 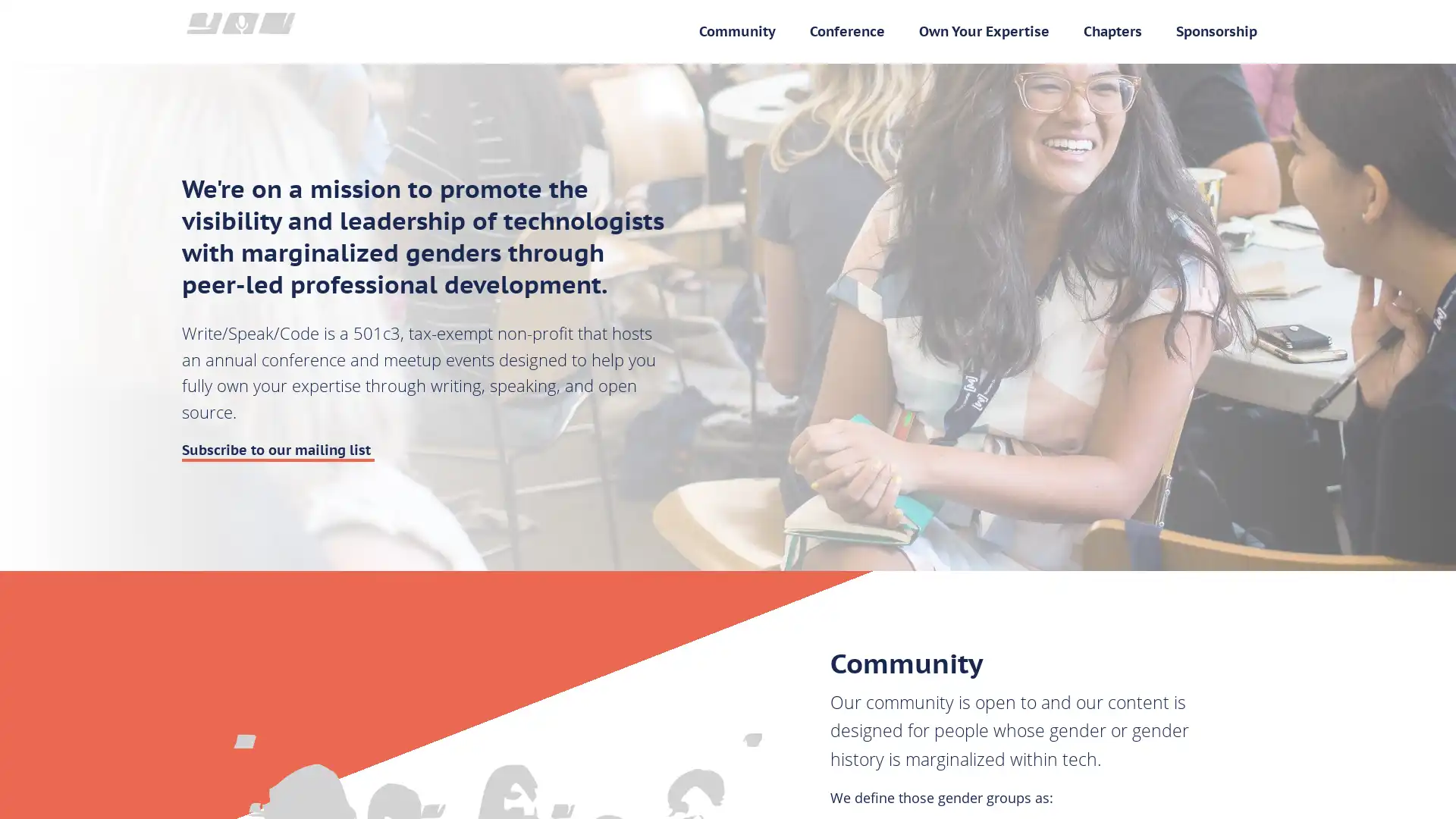 What do you see at coordinates (736, 31) in the screenshot?
I see `Community` at bounding box center [736, 31].